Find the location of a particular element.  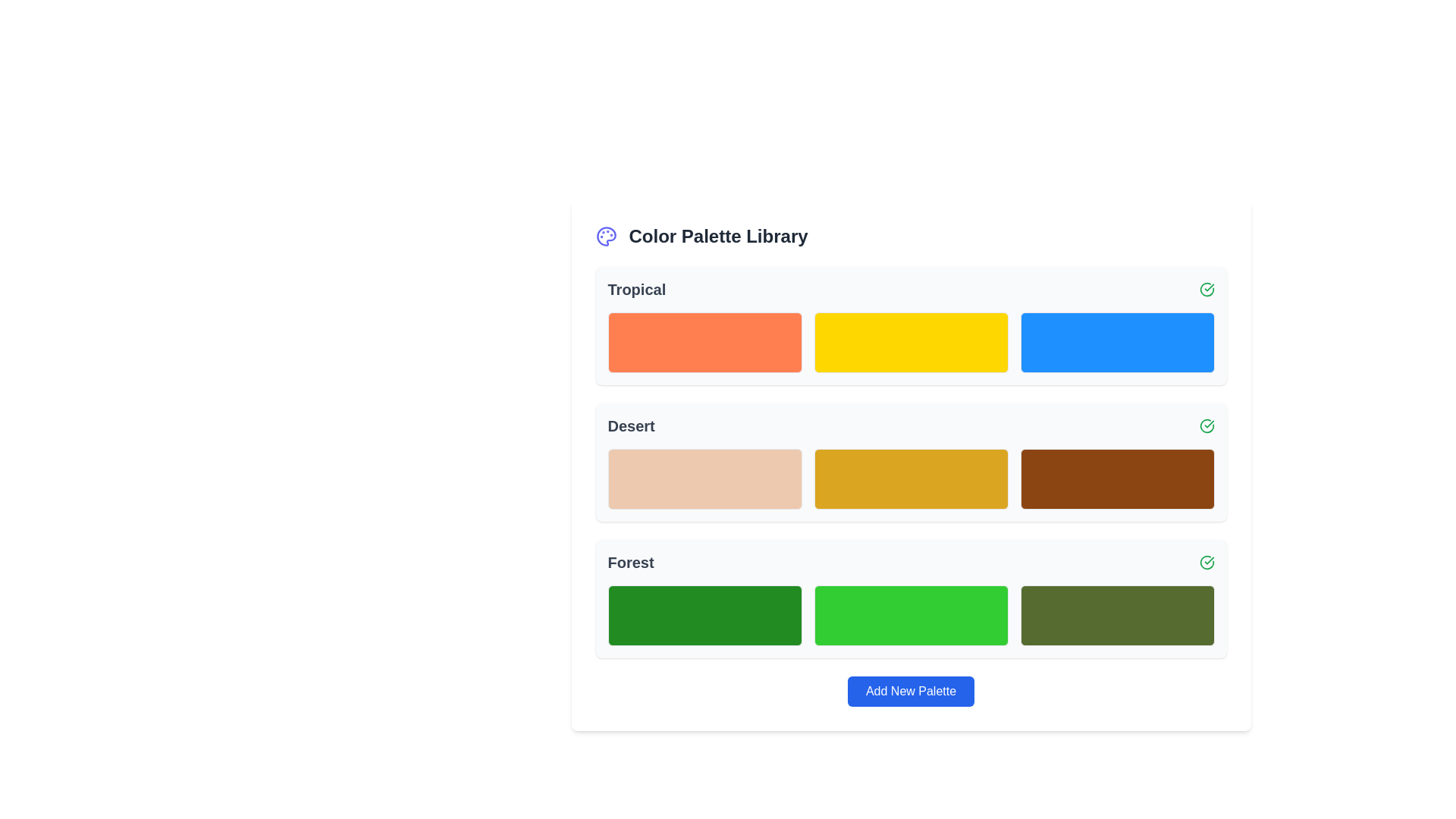

the green-filled circular outline SVG graphic located on the far right side of the 'Desert' palette row is located at coordinates (1206, 562).